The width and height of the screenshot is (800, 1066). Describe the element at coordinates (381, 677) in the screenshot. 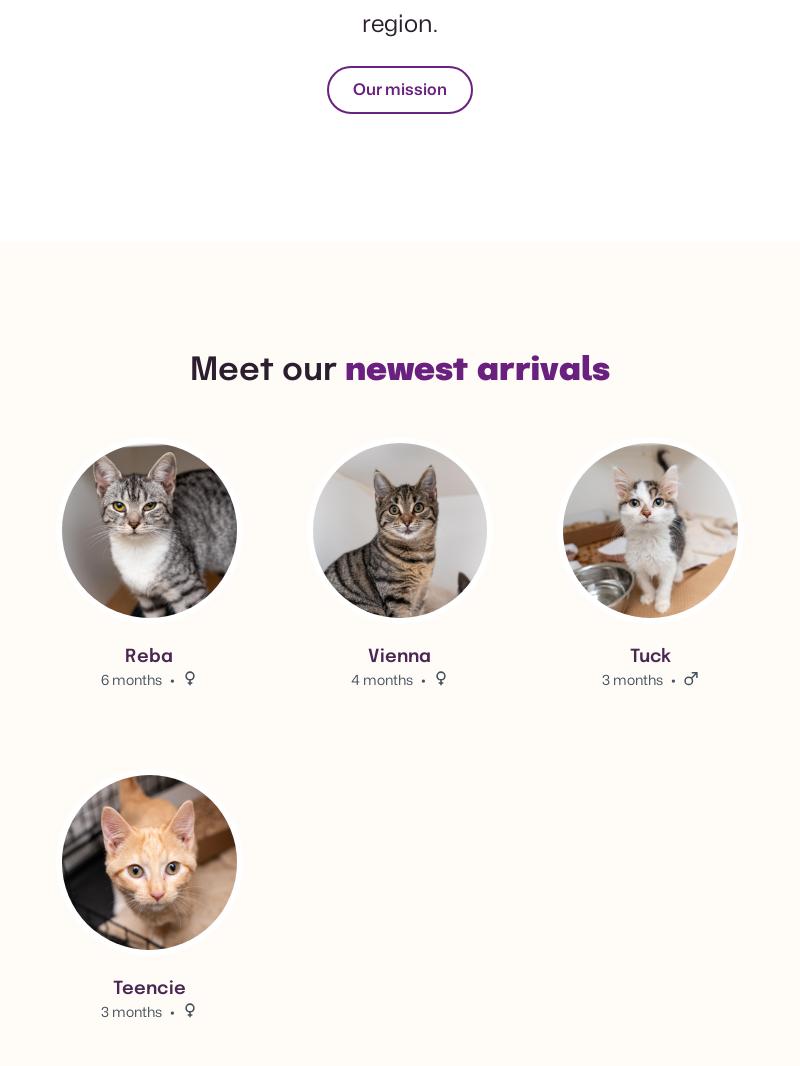

I see `'4
        months'` at that location.